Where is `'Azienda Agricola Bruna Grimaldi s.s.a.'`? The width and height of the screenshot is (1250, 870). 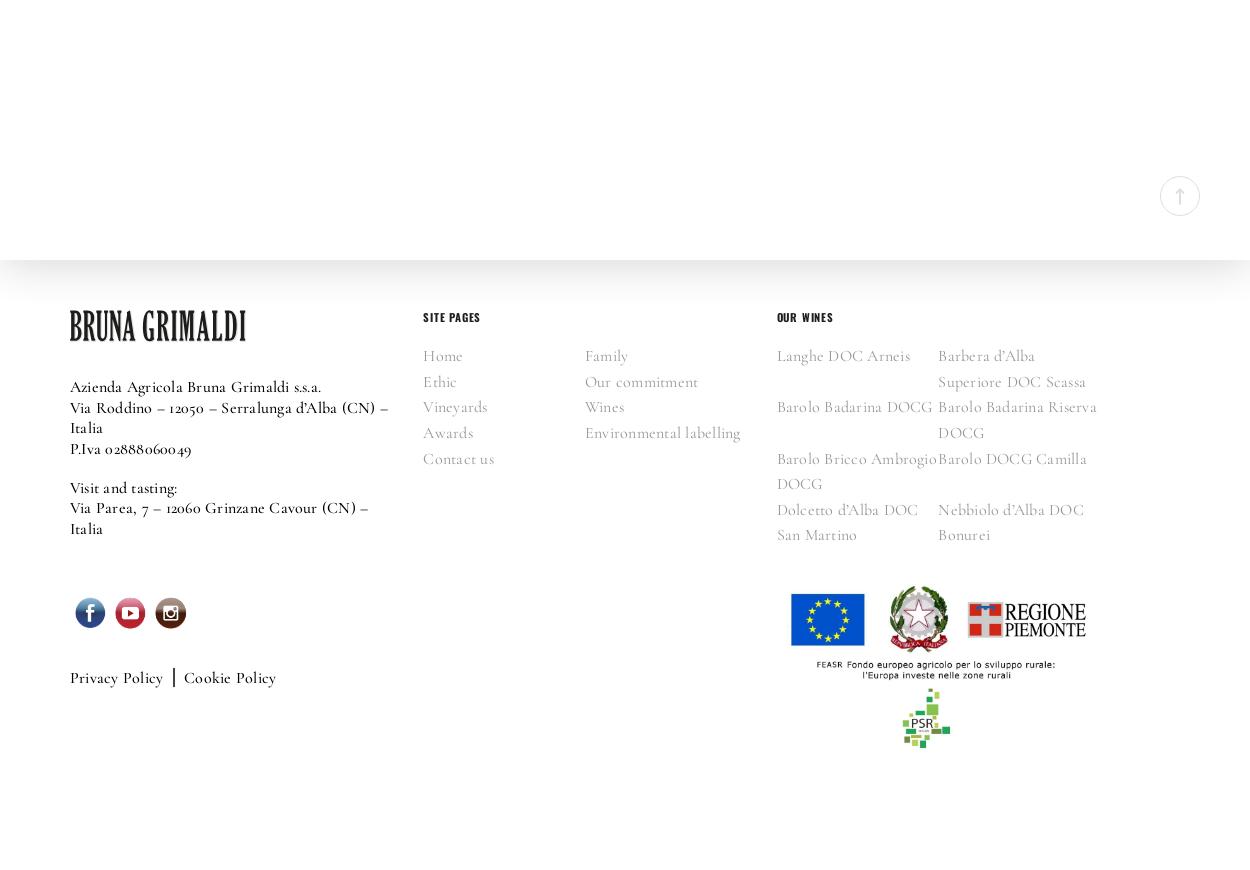
'Azienda Agricola Bruna Grimaldi s.s.a.' is located at coordinates (194, 386).